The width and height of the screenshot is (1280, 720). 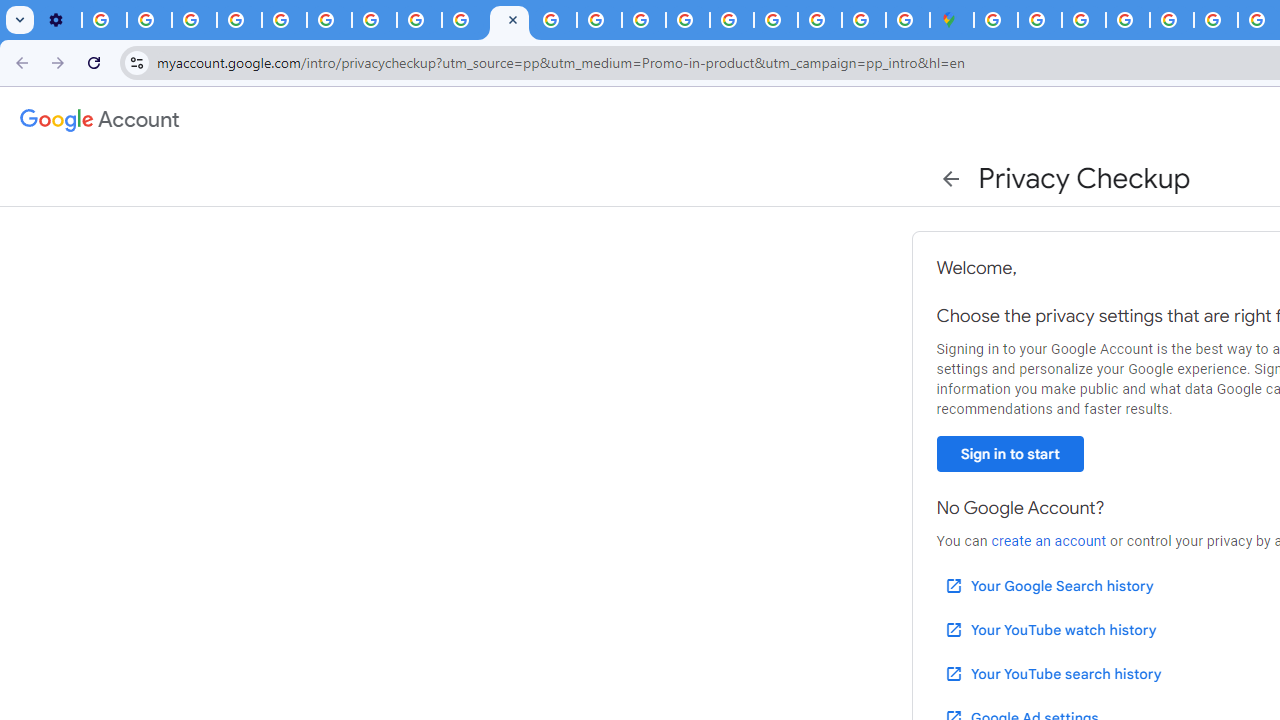 I want to click on 'Your YouTube search history', so click(x=1051, y=673).